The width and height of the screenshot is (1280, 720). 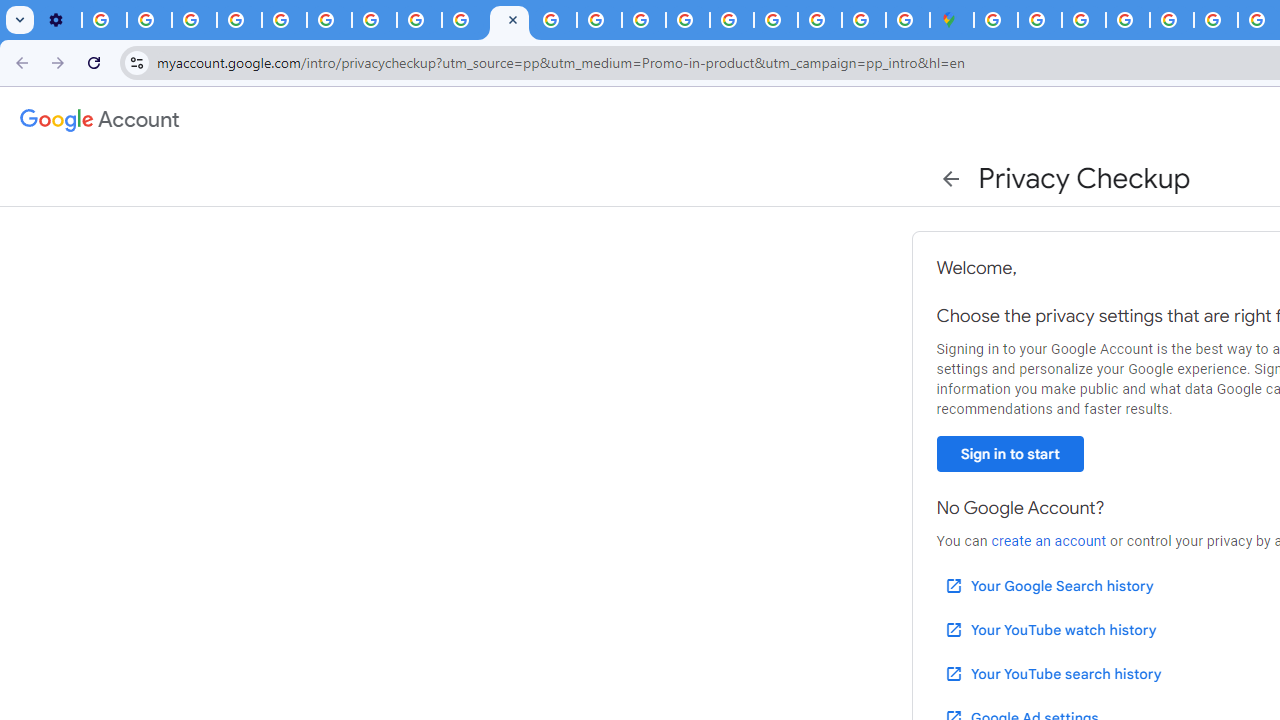 I want to click on 'Your YouTube search history', so click(x=1051, y=673).